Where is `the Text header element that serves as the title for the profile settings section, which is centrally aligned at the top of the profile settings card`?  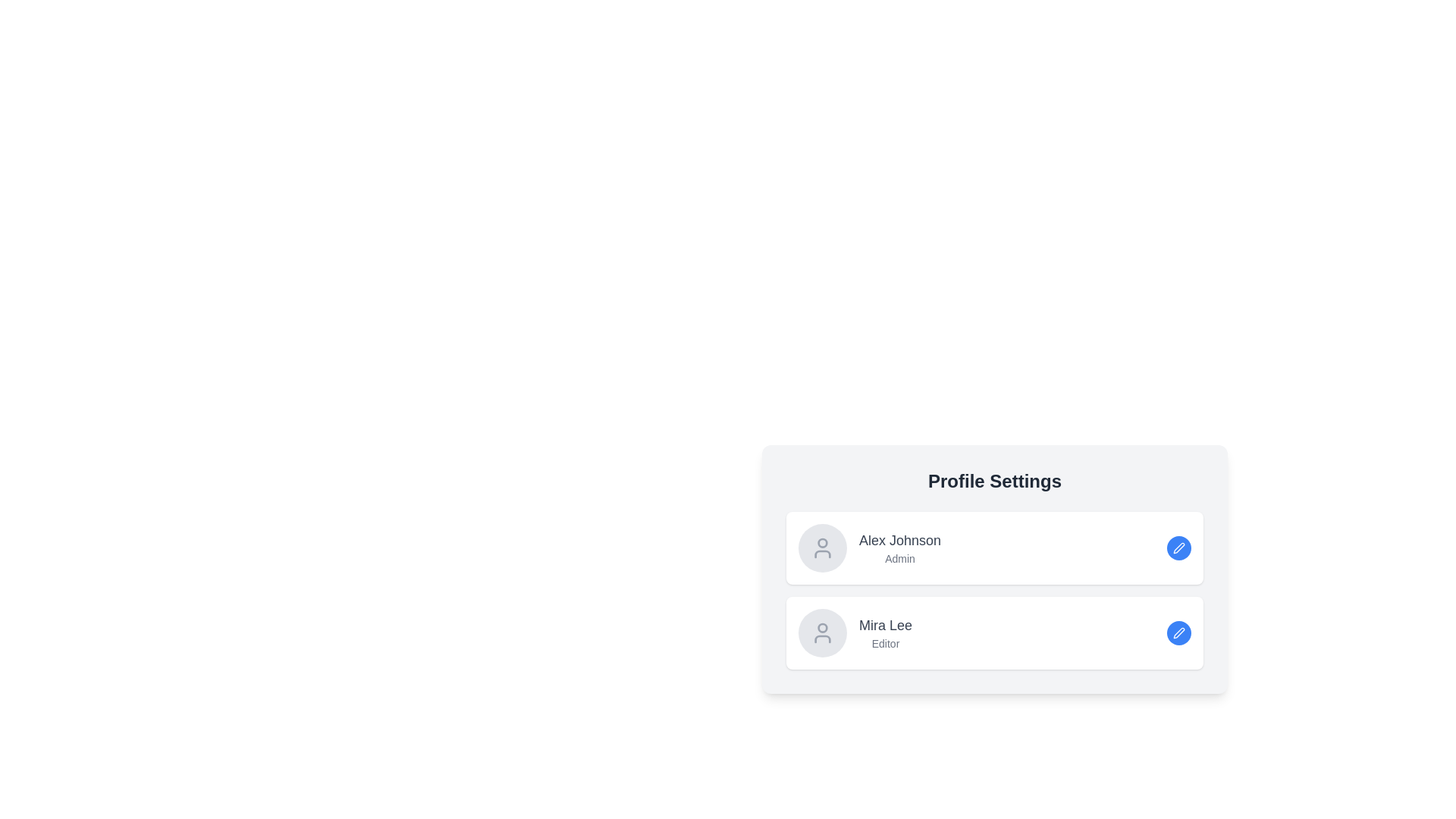
the Text header element that serves as the title for the profile settings section, which is centrally aligned at the top of the profile settings card is located at coordinates (994, 482).